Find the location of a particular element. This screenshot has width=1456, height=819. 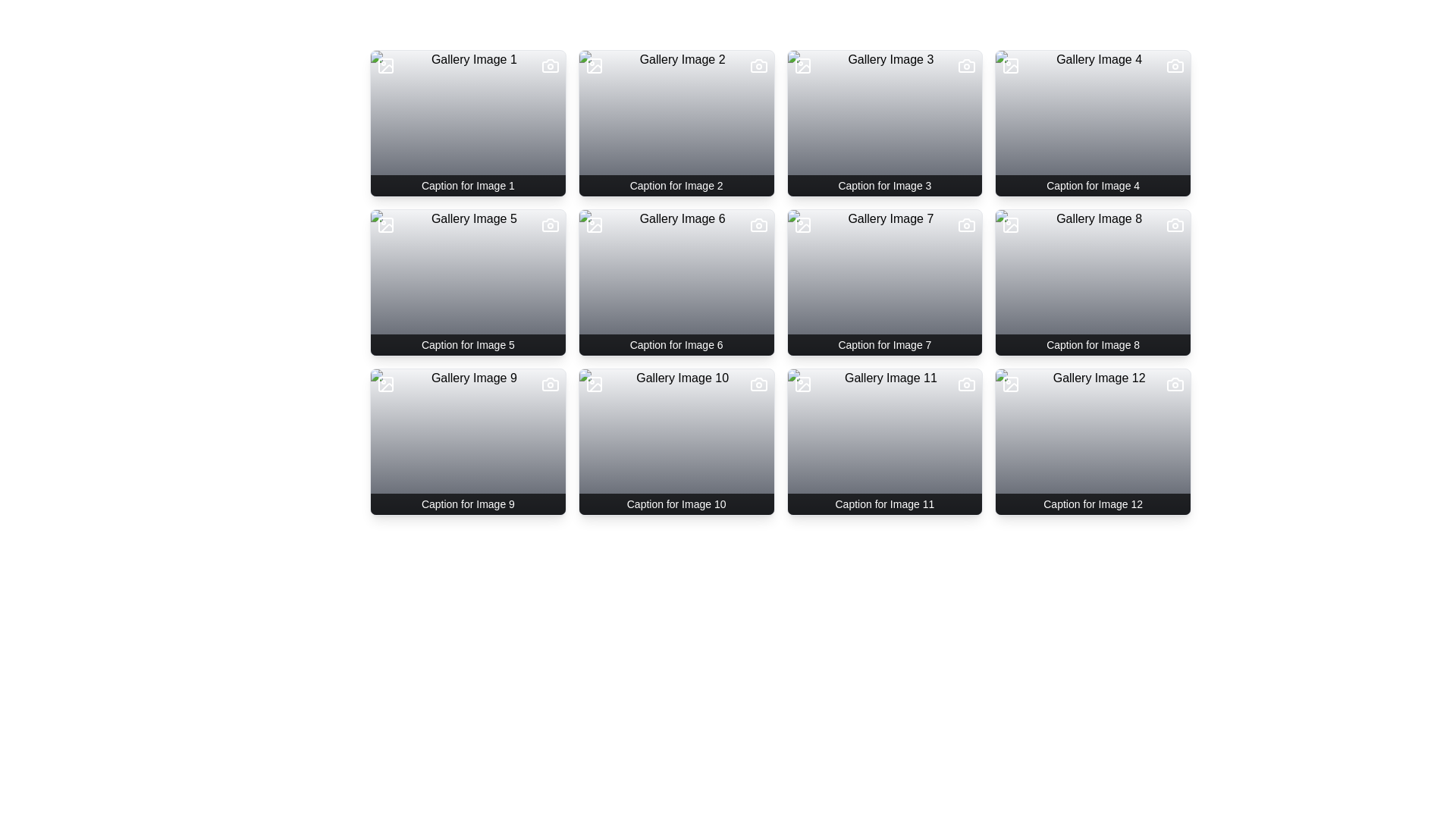

the diagonal line element within the SVG icon that is part of the 'Gallery Image 12', located in the bottom-right corner of the grid is located at coordinates (1012, 387).